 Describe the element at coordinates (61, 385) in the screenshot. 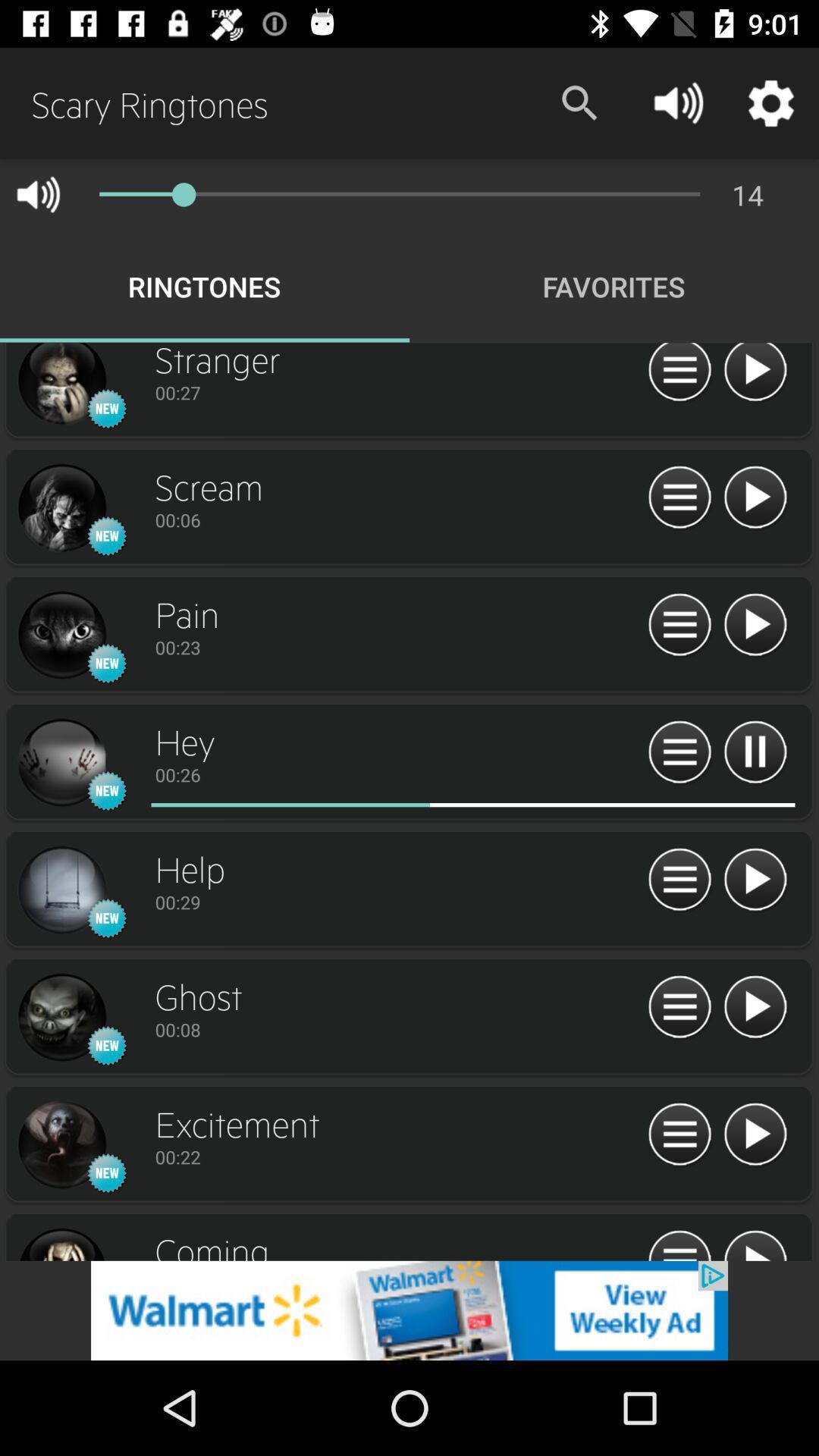

I see `open album` at that location.